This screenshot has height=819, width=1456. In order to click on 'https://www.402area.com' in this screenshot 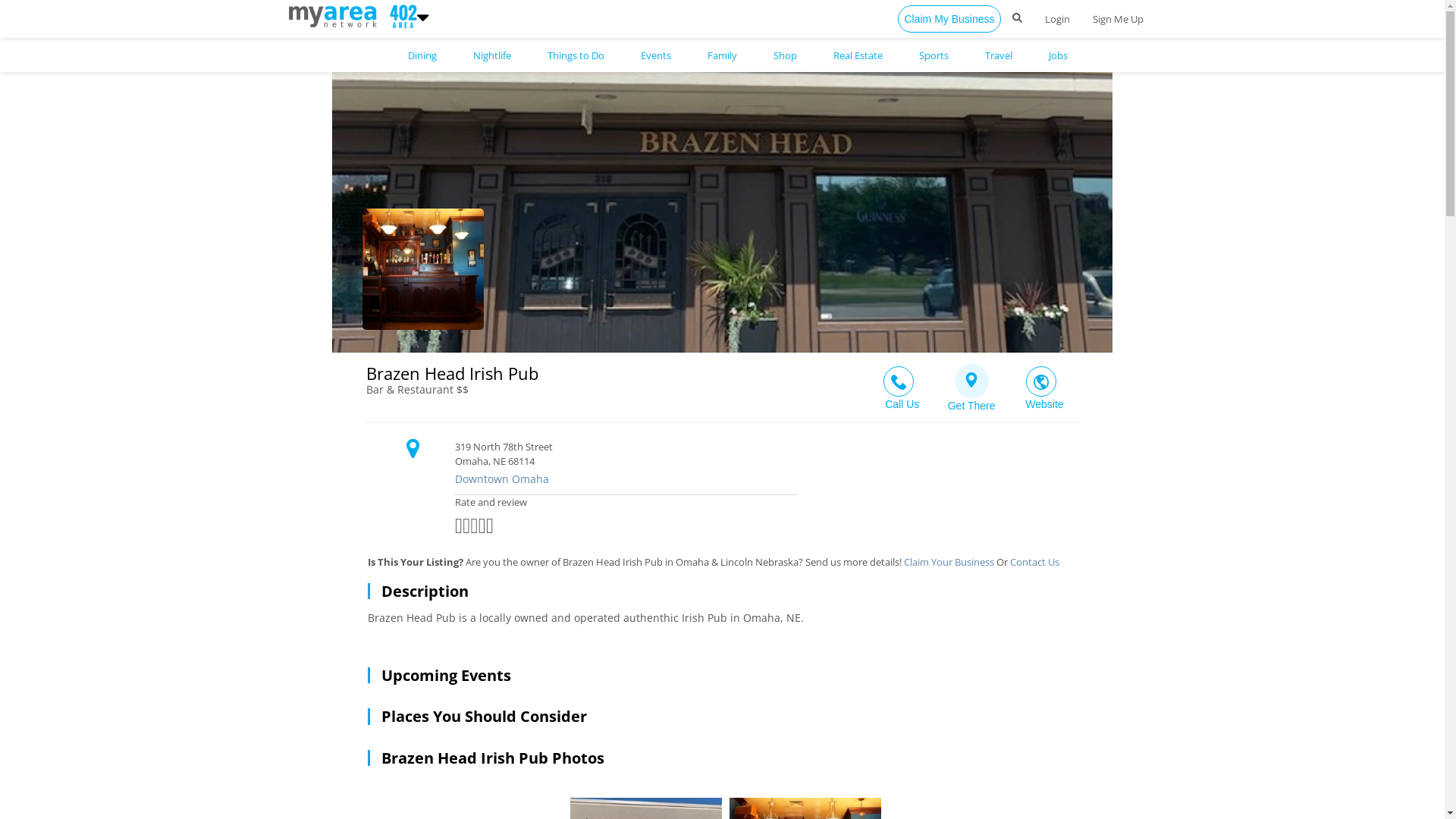, I will do `click(400, 14)`.